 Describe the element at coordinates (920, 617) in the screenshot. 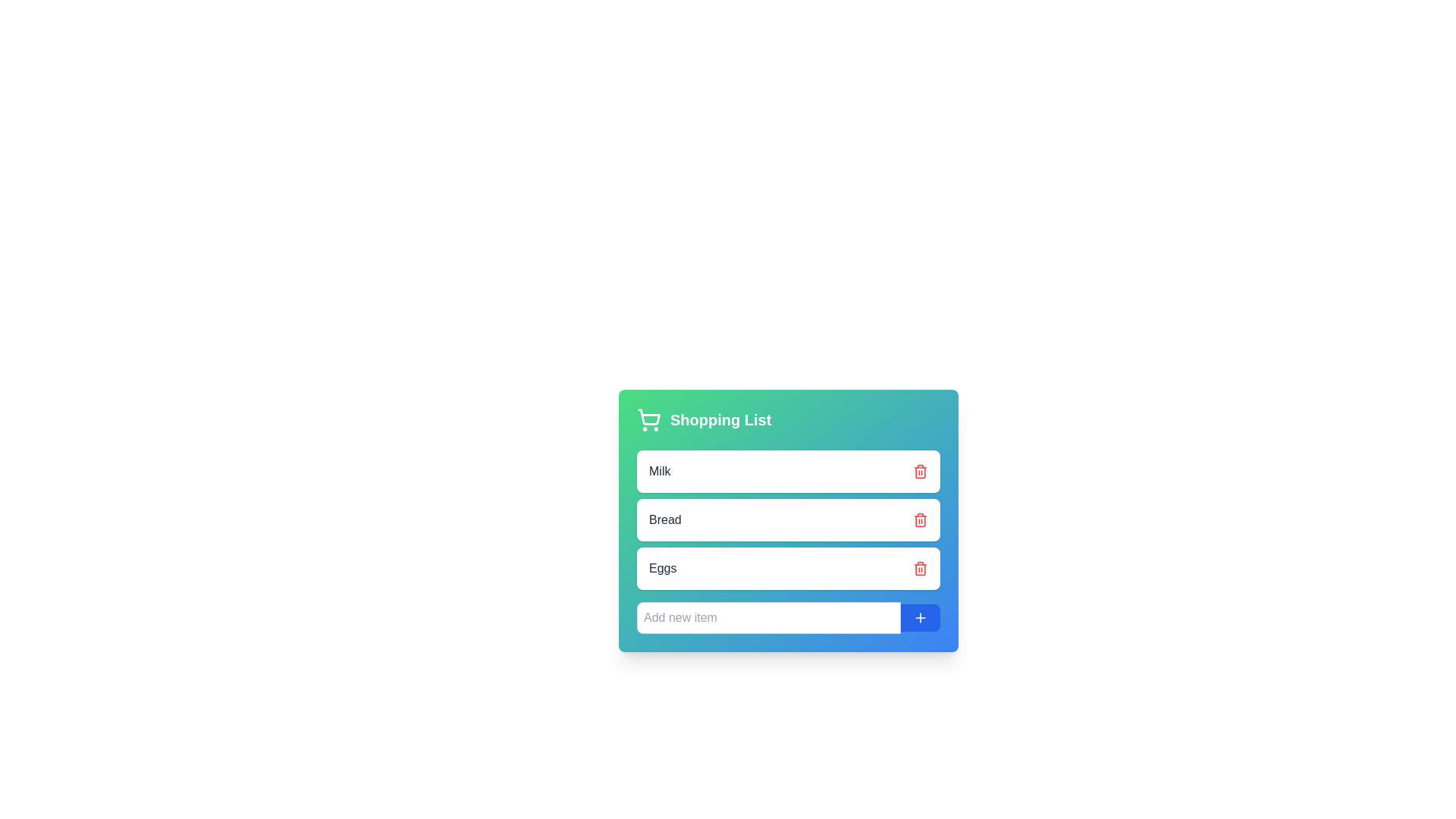

I see `the blue button with a white plus sign, located adjacent to the 'Add new item' input field` at that location.